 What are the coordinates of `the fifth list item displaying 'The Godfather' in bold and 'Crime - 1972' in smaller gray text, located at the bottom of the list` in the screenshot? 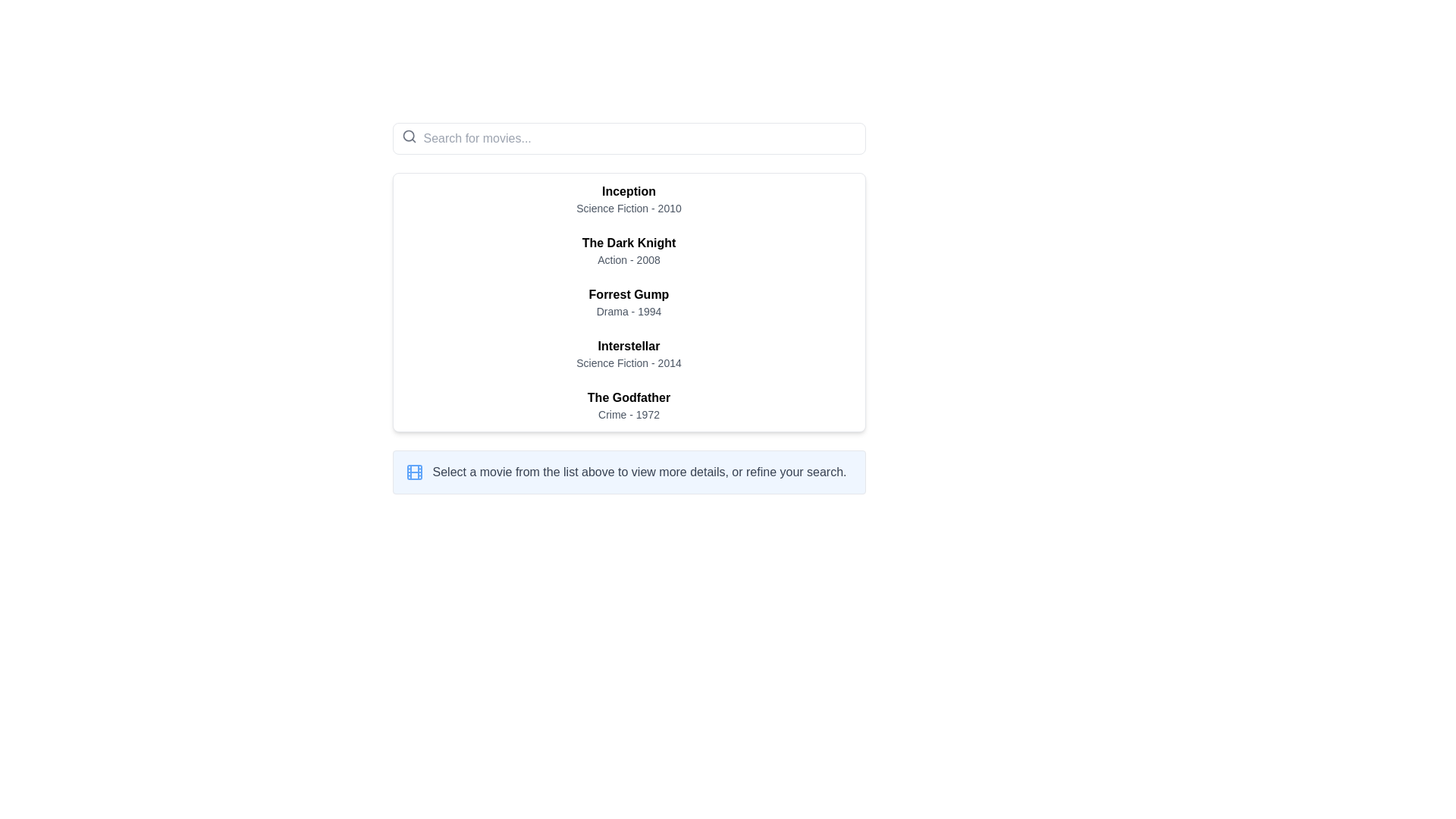 It's located at (629, 405).